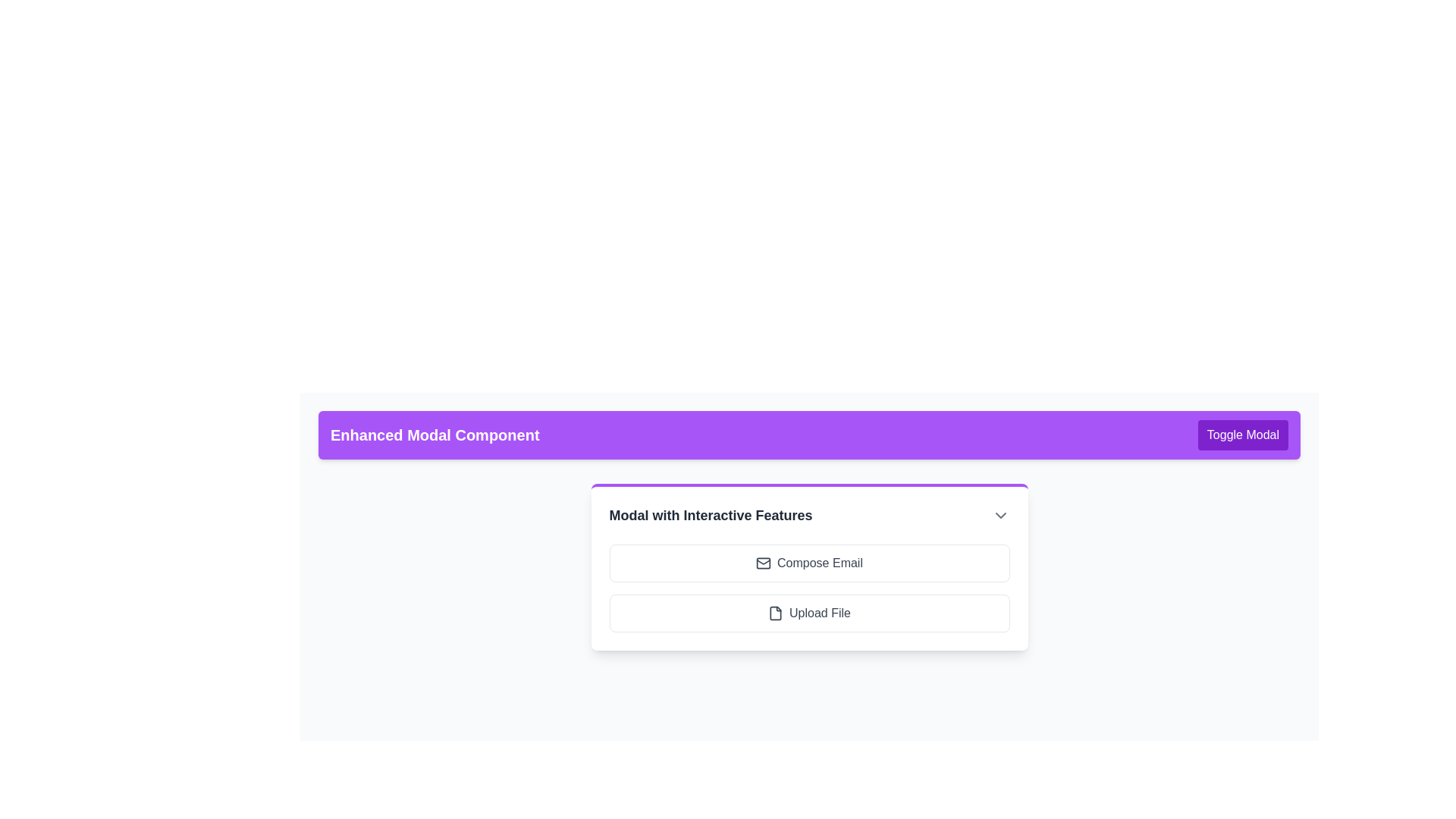  What do you see at coordinates (764, 563) in the screenshot?
I see `the envelope icon in the 'Compose Email' row of the 'Modal with Interactive Features'` at bounding box center [764, 563].